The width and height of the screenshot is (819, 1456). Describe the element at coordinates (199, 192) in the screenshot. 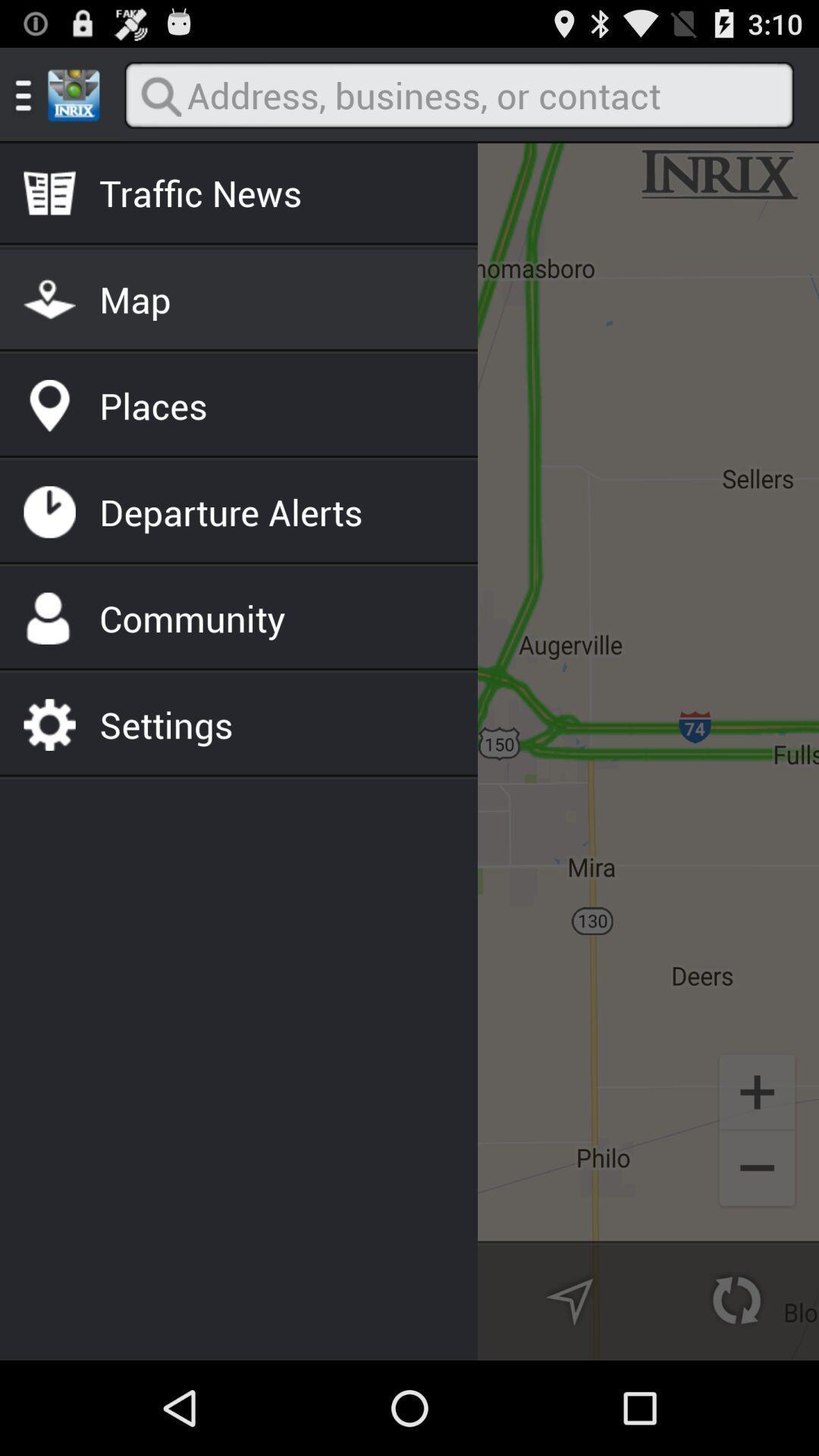

I see `the traffic news icon` at that location.